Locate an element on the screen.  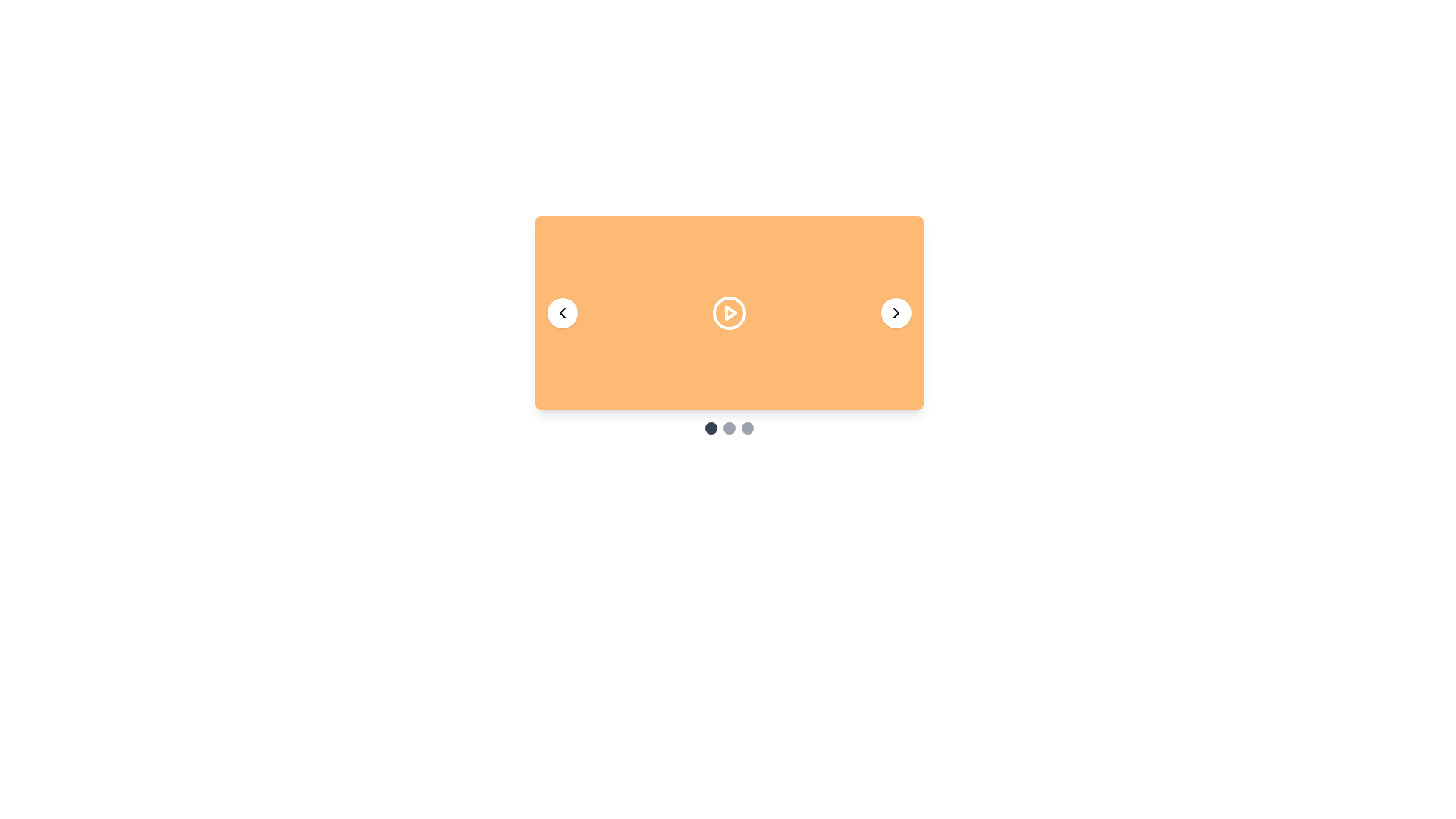
the rightmost navigation icon embedded in the button, which is part of a set of three buttons in an orange rectangular area is located at coordinates (896, 312).